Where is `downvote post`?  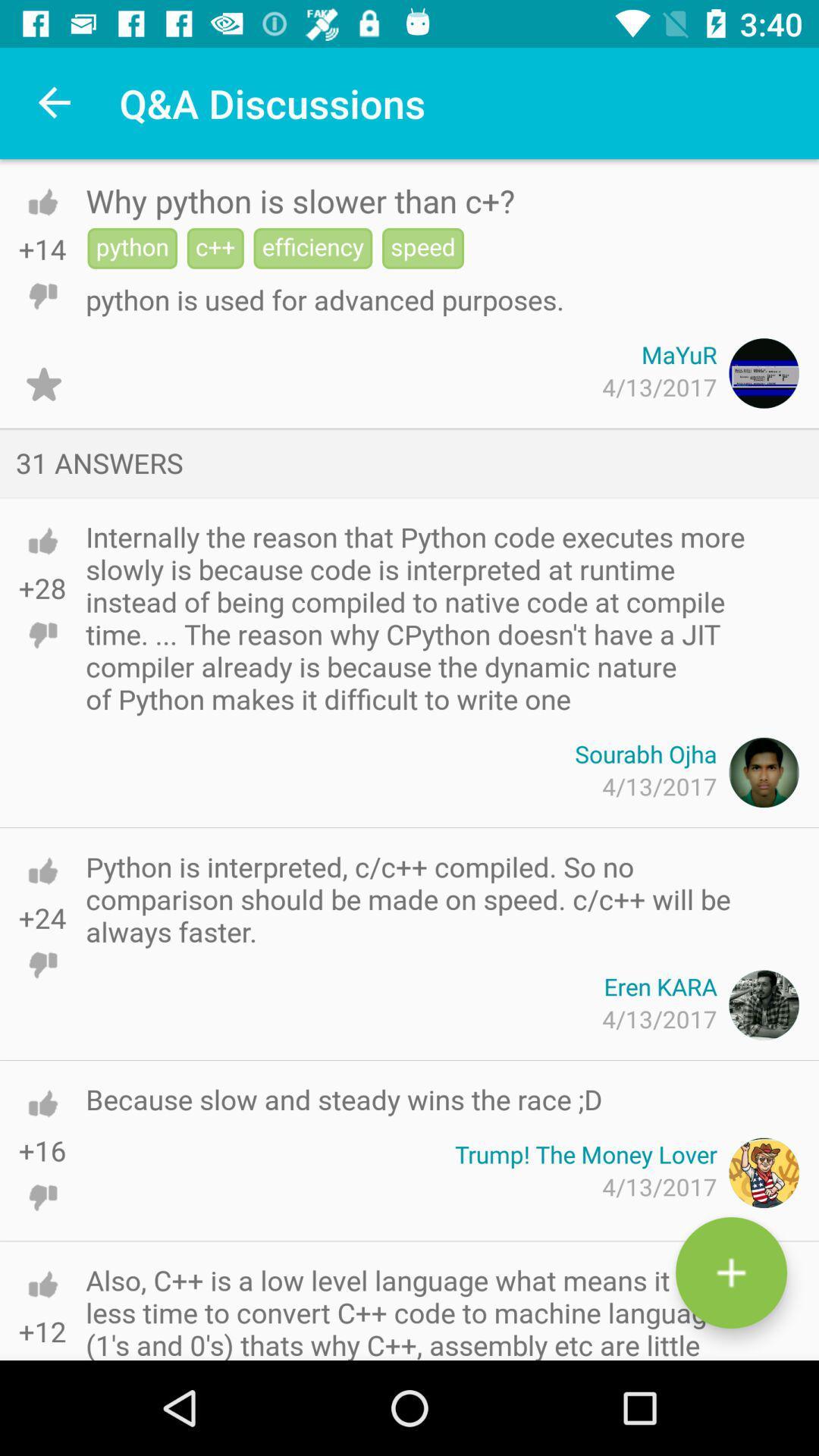 downvote post is located at coordinates (42, 296).